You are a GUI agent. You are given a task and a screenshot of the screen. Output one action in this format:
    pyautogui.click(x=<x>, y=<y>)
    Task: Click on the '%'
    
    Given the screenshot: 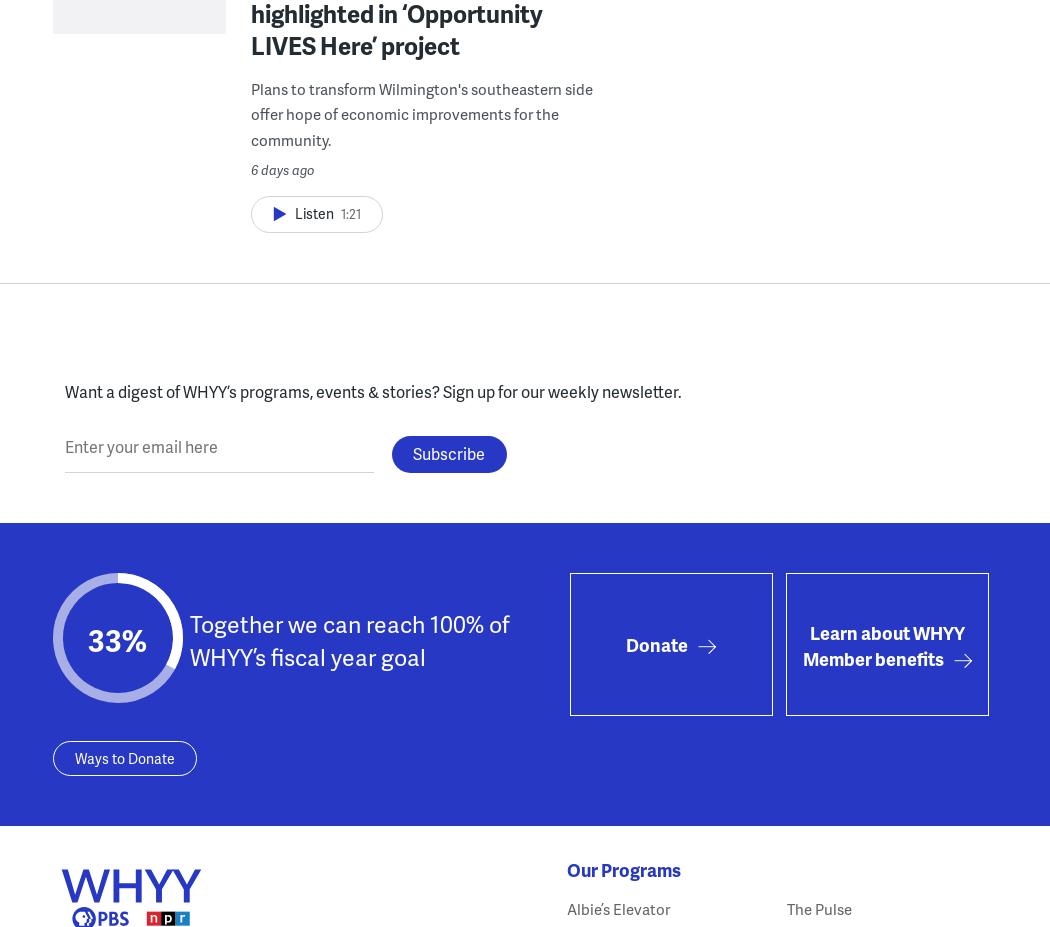 What is the action you would take?
    pyautogui.click(x=133, y=639)
    